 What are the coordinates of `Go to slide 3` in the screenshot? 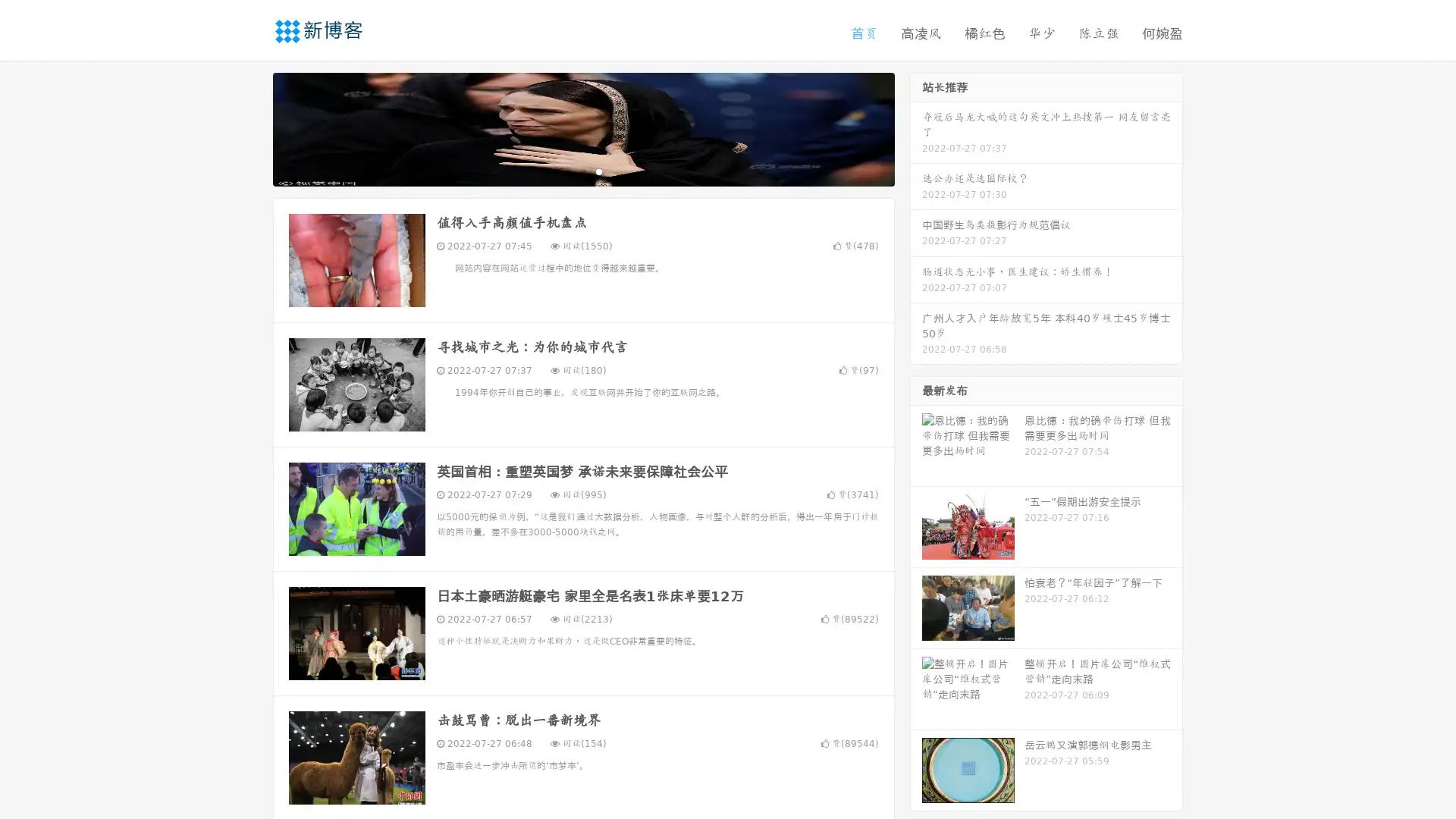 It's located at (598, 171).